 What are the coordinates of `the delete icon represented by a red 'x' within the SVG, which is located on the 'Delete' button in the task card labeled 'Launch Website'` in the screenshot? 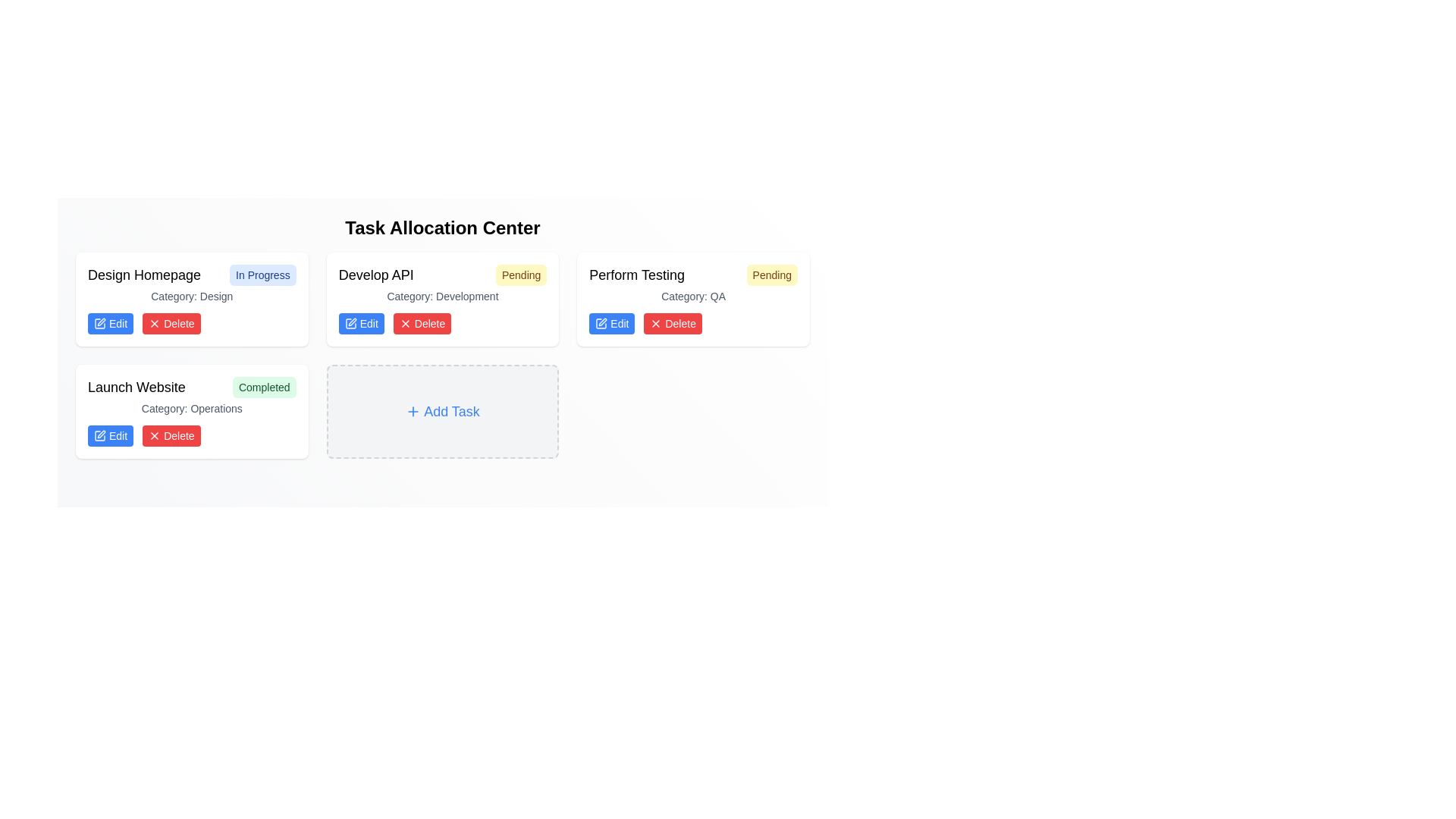 It's located at (155, 323).